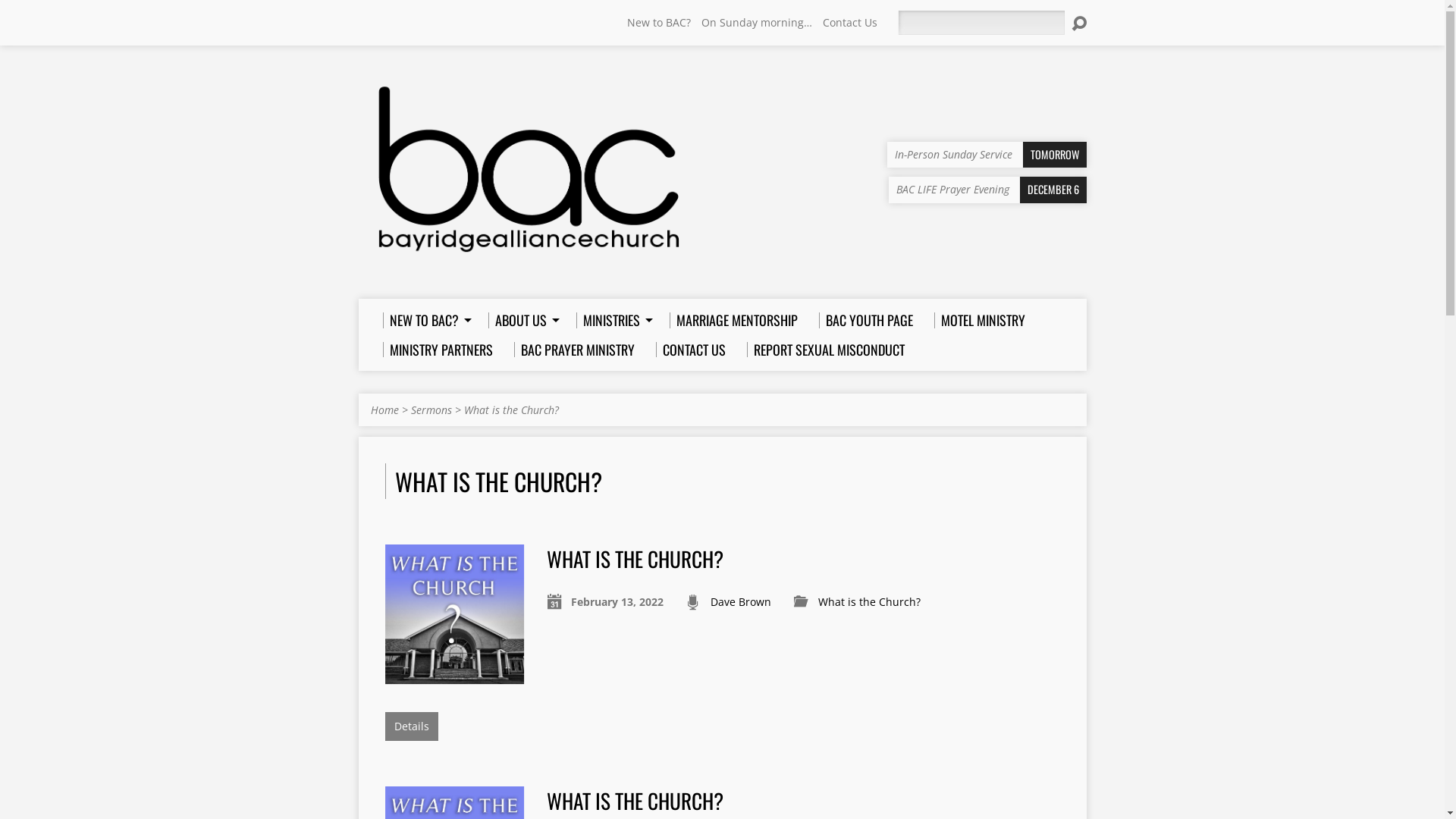 This screenshot has width=1456, height=819. Describe the element at coordinates (979, 318) in the screenshot. I see `'MOTEL MINISTRY'` at that location.